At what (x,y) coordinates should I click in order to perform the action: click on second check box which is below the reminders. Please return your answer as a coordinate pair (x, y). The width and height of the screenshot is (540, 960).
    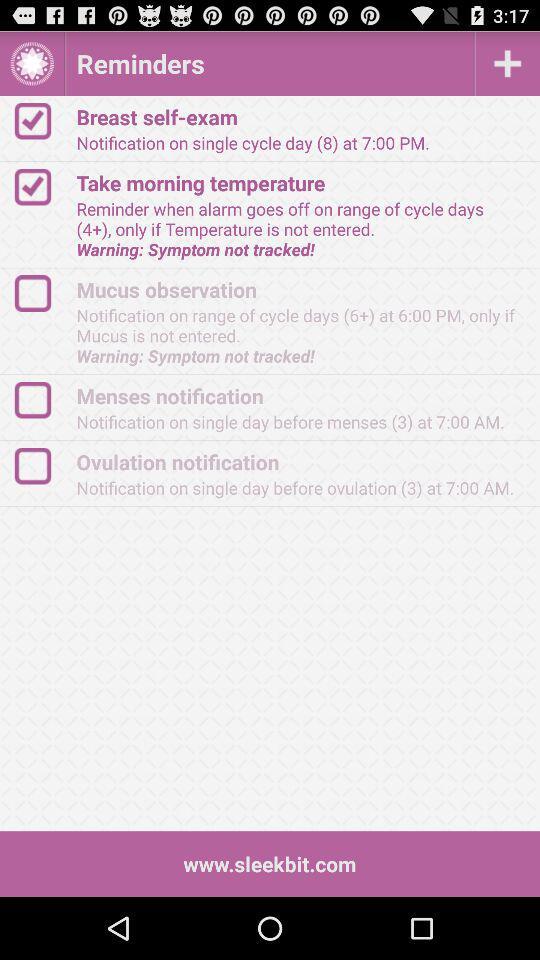
    Looking at the image, I should click on (42, 187).